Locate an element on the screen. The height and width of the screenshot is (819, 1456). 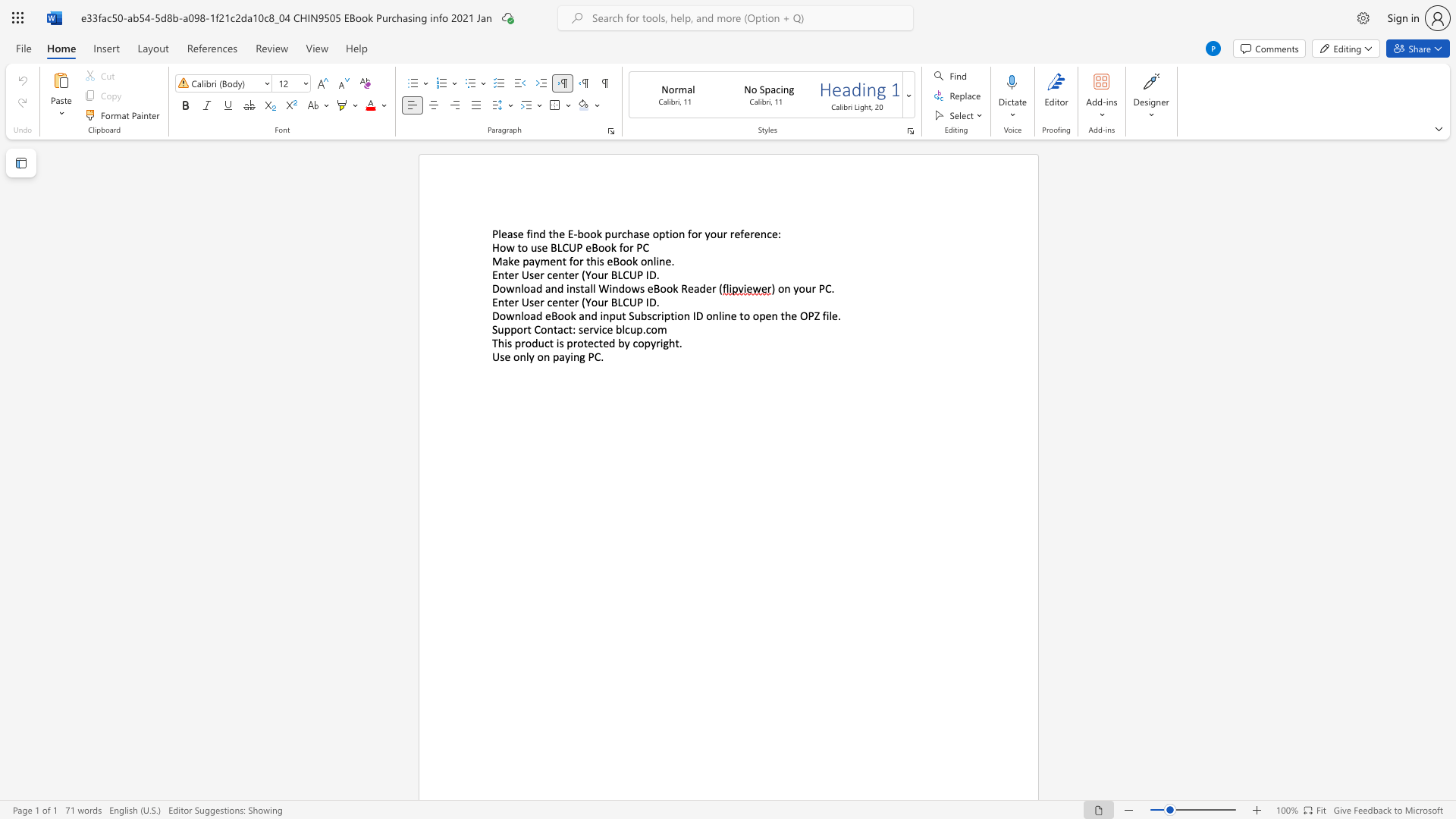
the subset text "our reference" within the text "for your reference:" is located at coordinates (709, 234).